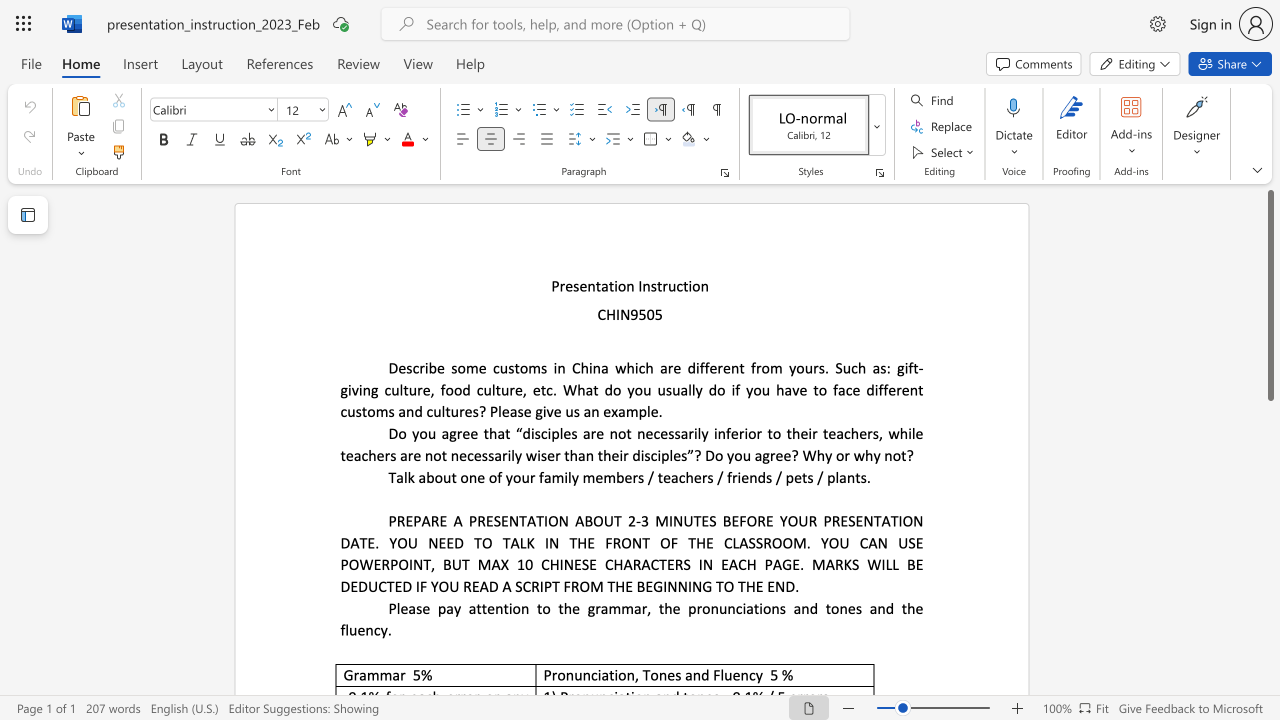  What do you see at coordinates (1269, 598) in the screenshot?
I see `the scrollbar to slide the page down` at bounding box center [1269, 598].